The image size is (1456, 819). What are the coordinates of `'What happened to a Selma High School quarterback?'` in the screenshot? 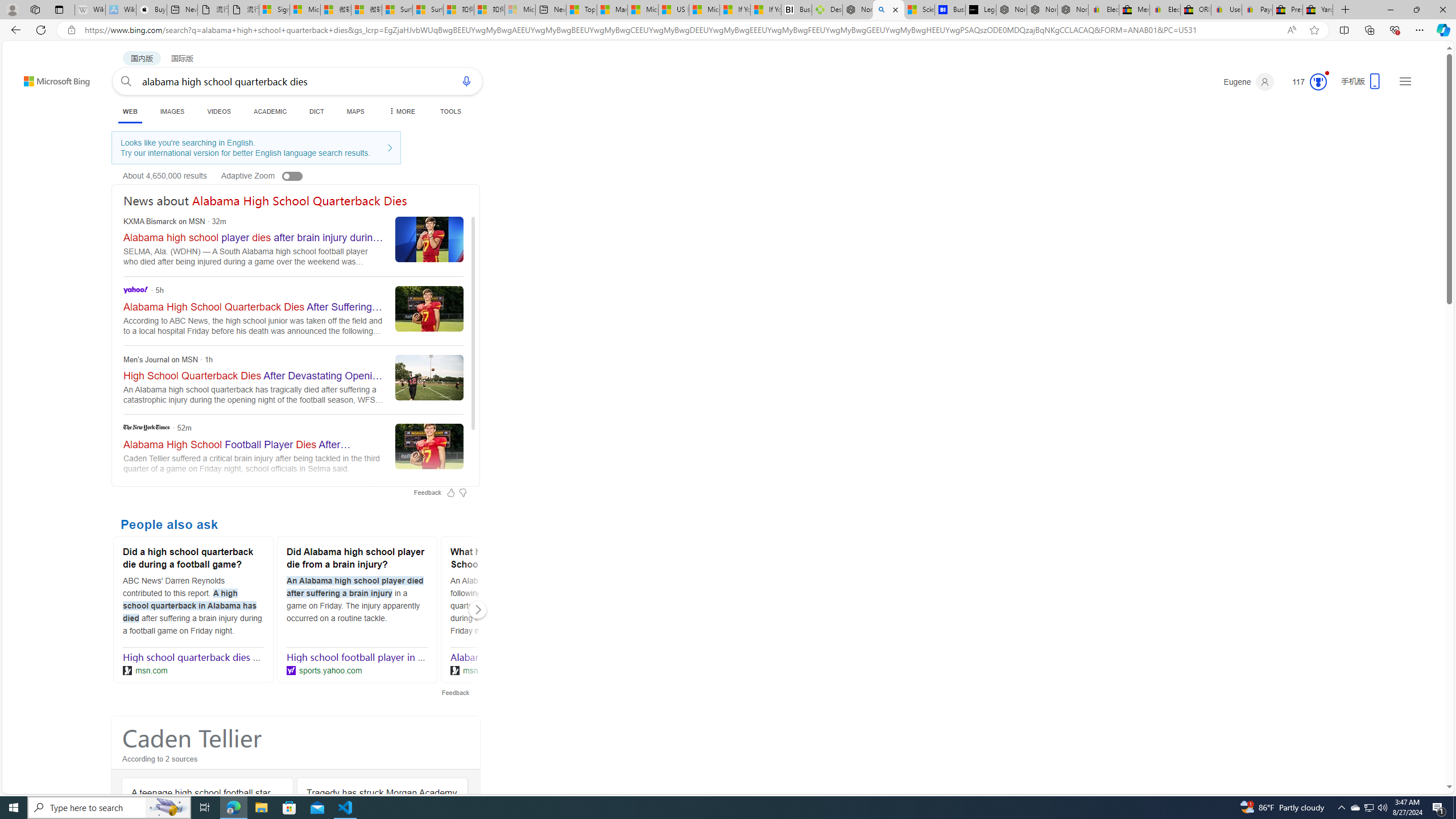 It's located at (520, 560).